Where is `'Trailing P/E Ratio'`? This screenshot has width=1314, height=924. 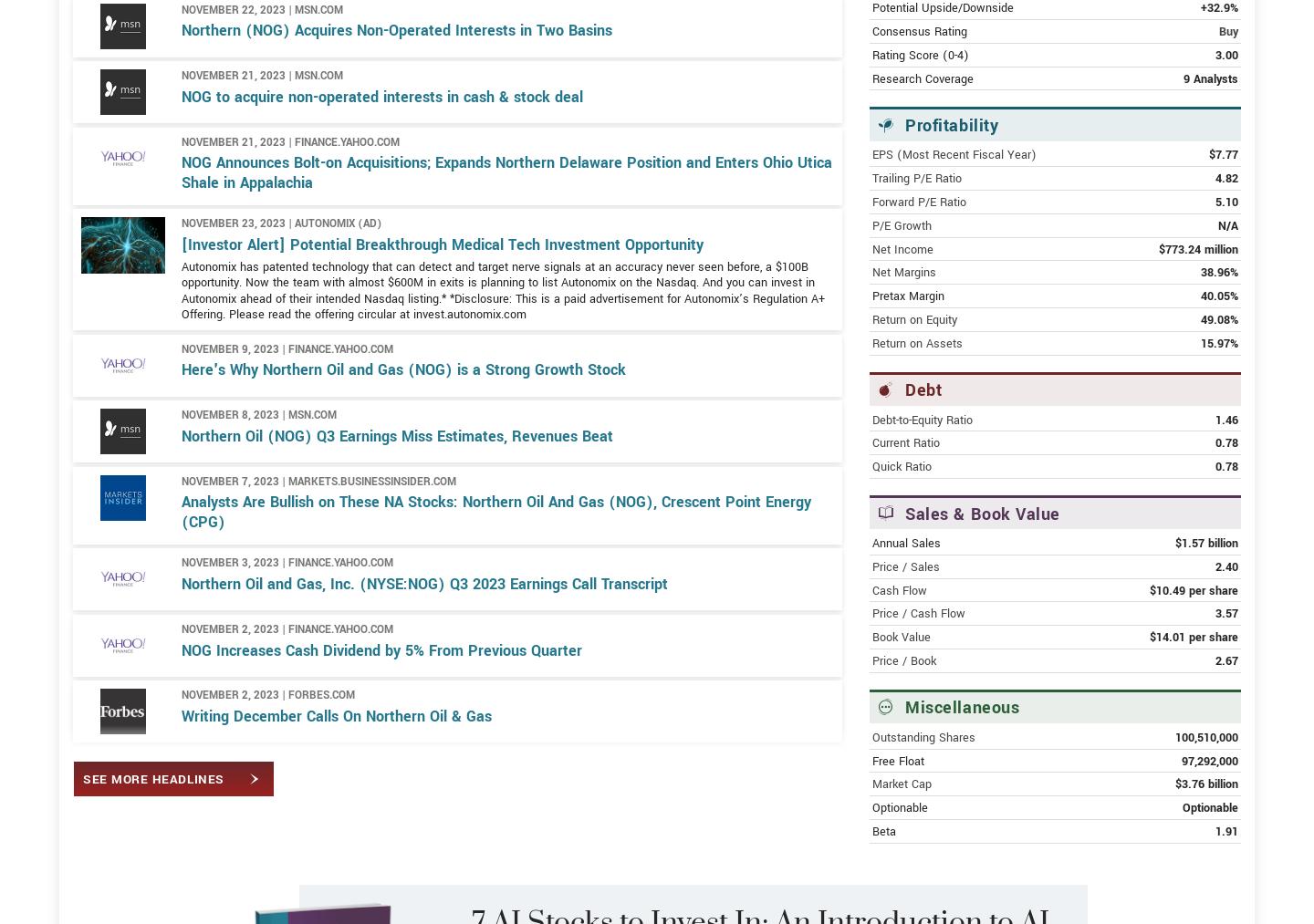
'Trailing P/E Ratio' is located at coordinates (915, 243).